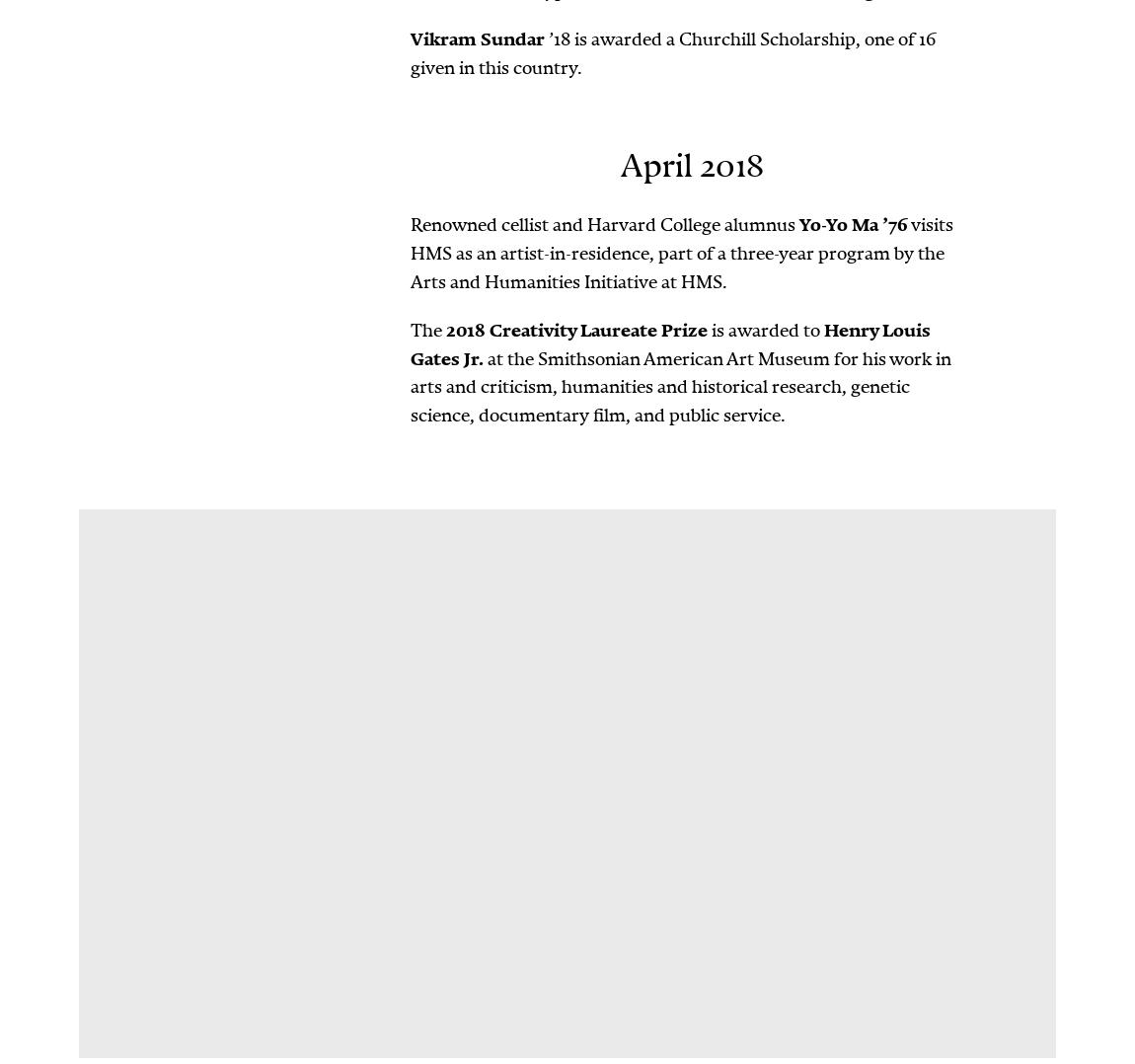 Image resolution: width=1135 pixels, height=1064 pixels. Describe the element at coordinates (854, 224) in the screenshot. I see `'Yo-Yo Ma ’76'` at that location.